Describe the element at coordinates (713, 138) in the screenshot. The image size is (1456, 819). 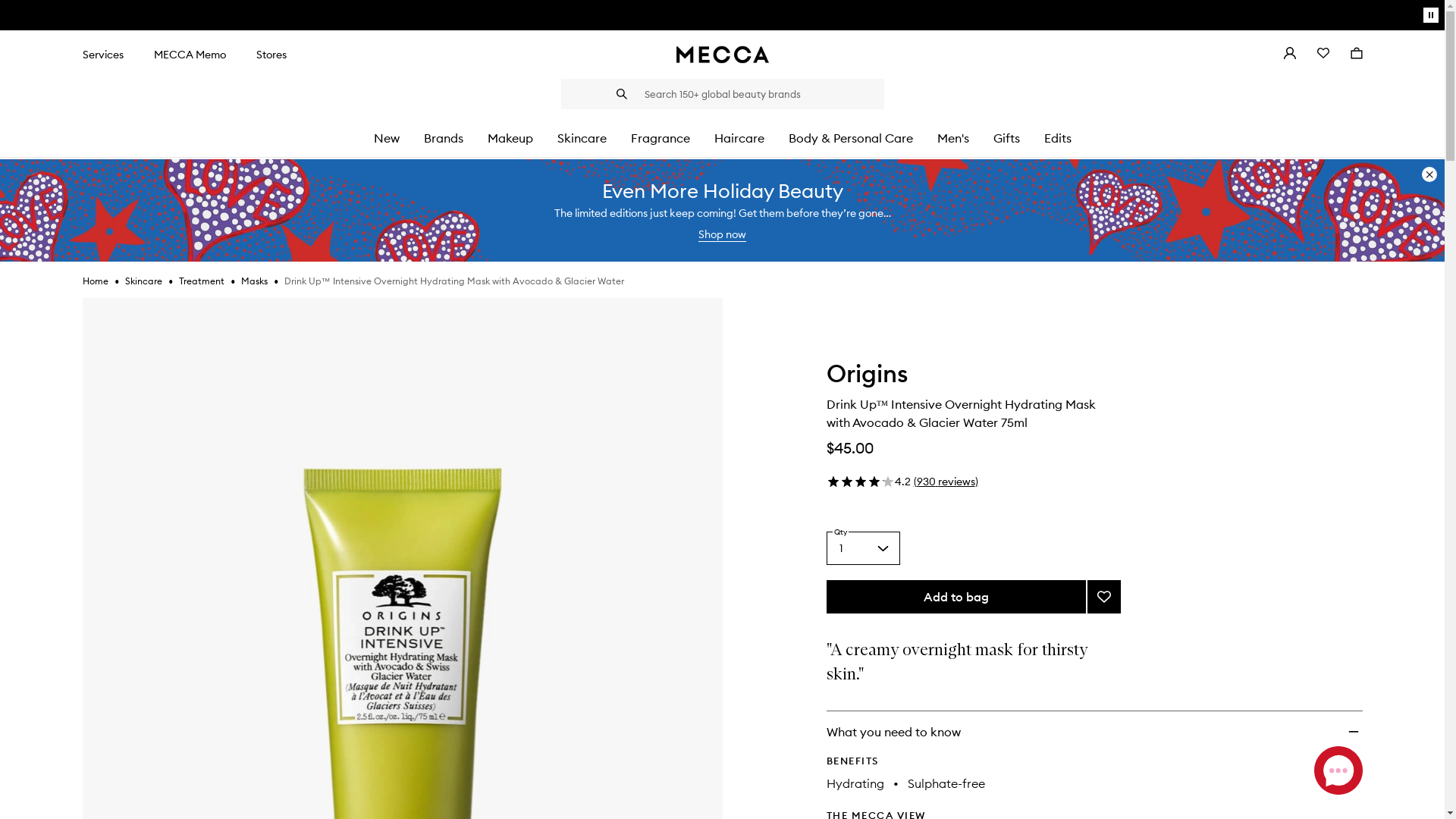
I see `'Haircare'` at that location.